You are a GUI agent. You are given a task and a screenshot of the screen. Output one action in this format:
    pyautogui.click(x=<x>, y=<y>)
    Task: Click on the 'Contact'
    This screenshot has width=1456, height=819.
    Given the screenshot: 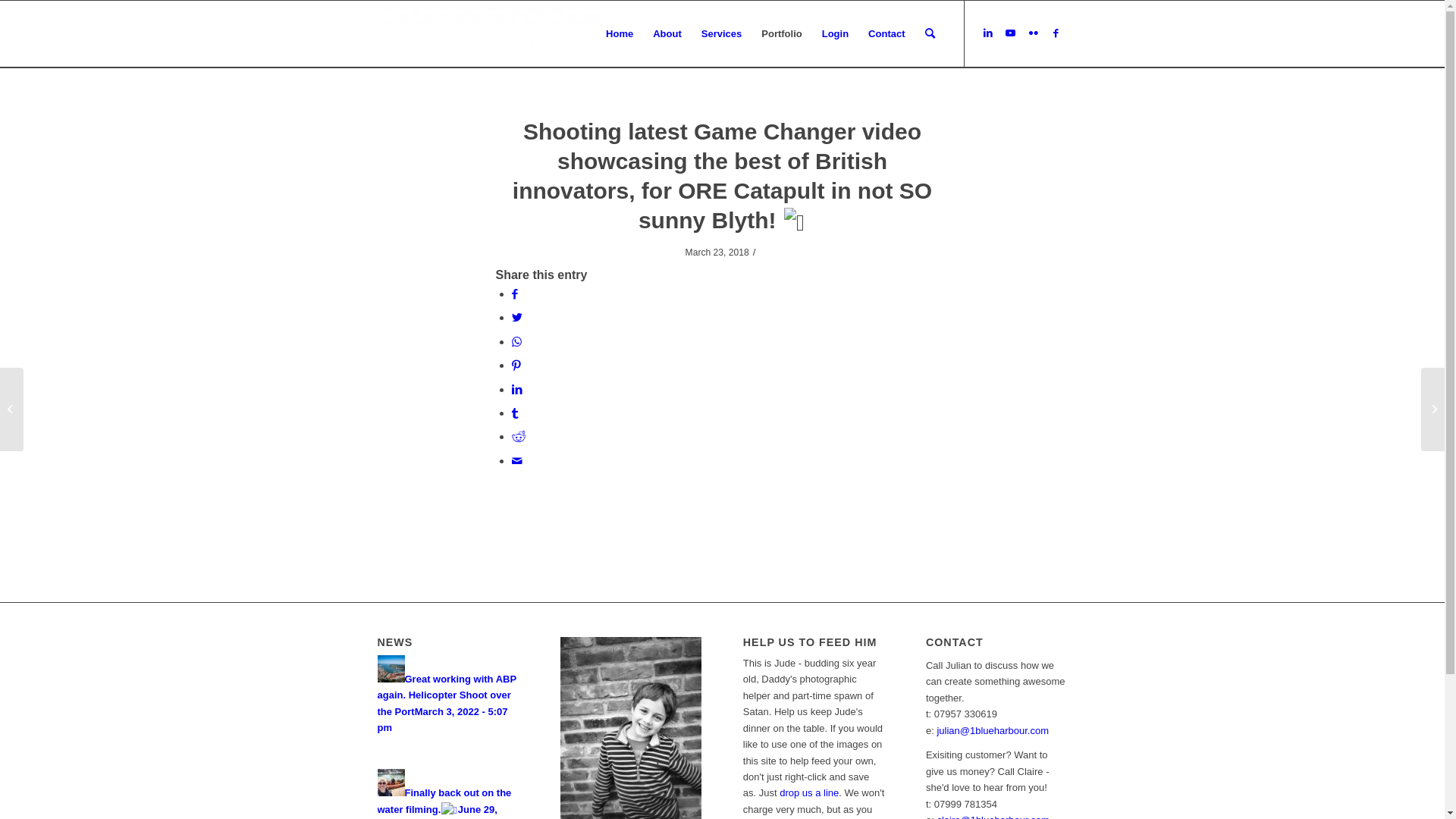 What is the action you would take?
    pyautogui.click(x=886, y=34)
    